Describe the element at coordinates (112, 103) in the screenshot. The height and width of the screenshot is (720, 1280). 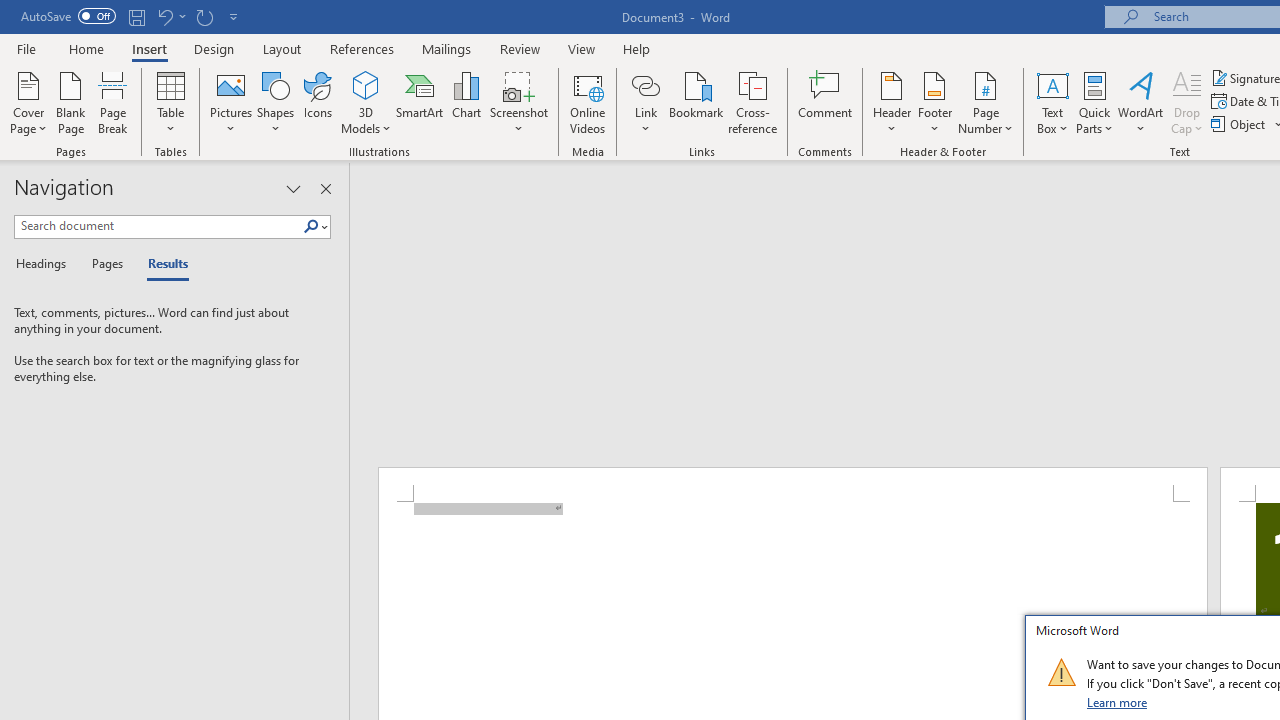
I see `'Page Break'` at that location.